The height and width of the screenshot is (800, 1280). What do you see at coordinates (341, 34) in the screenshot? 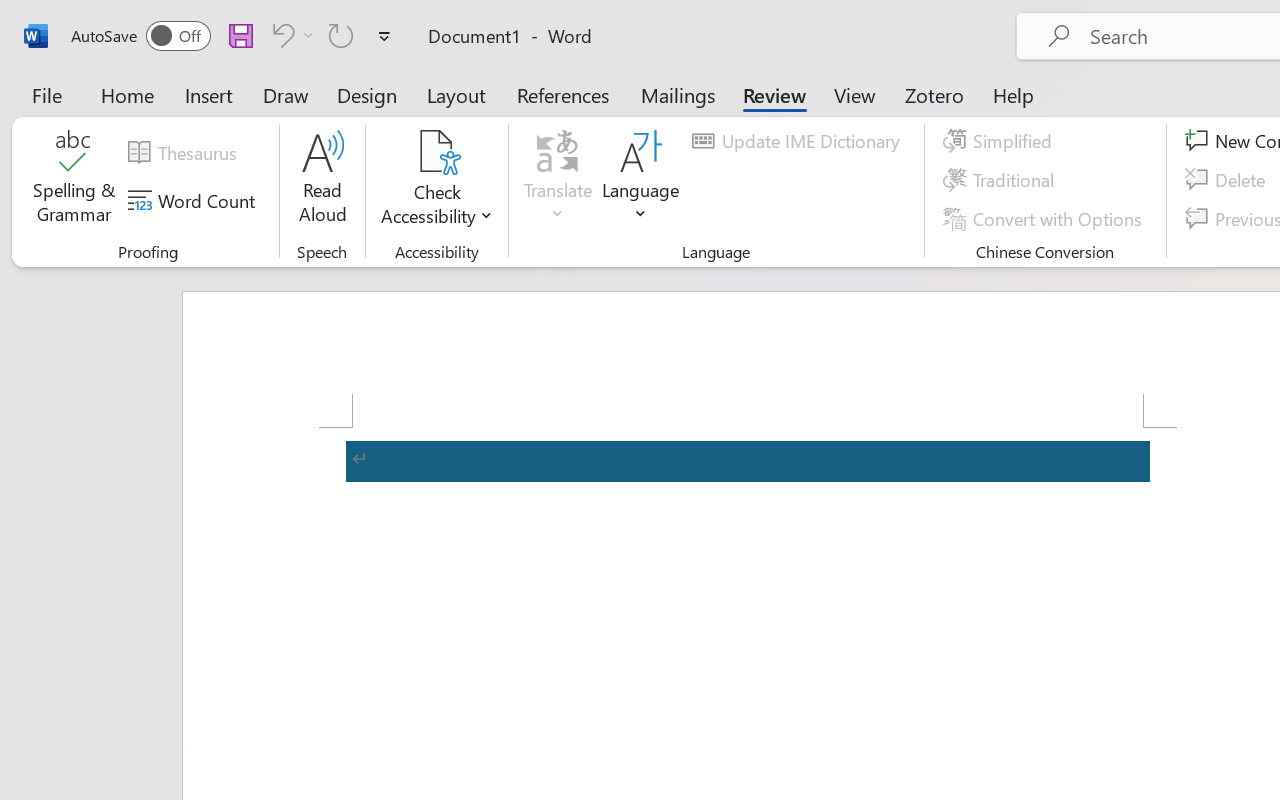
I see `'Repeat Accessibility Checker'` at bounding box center [341, 34].